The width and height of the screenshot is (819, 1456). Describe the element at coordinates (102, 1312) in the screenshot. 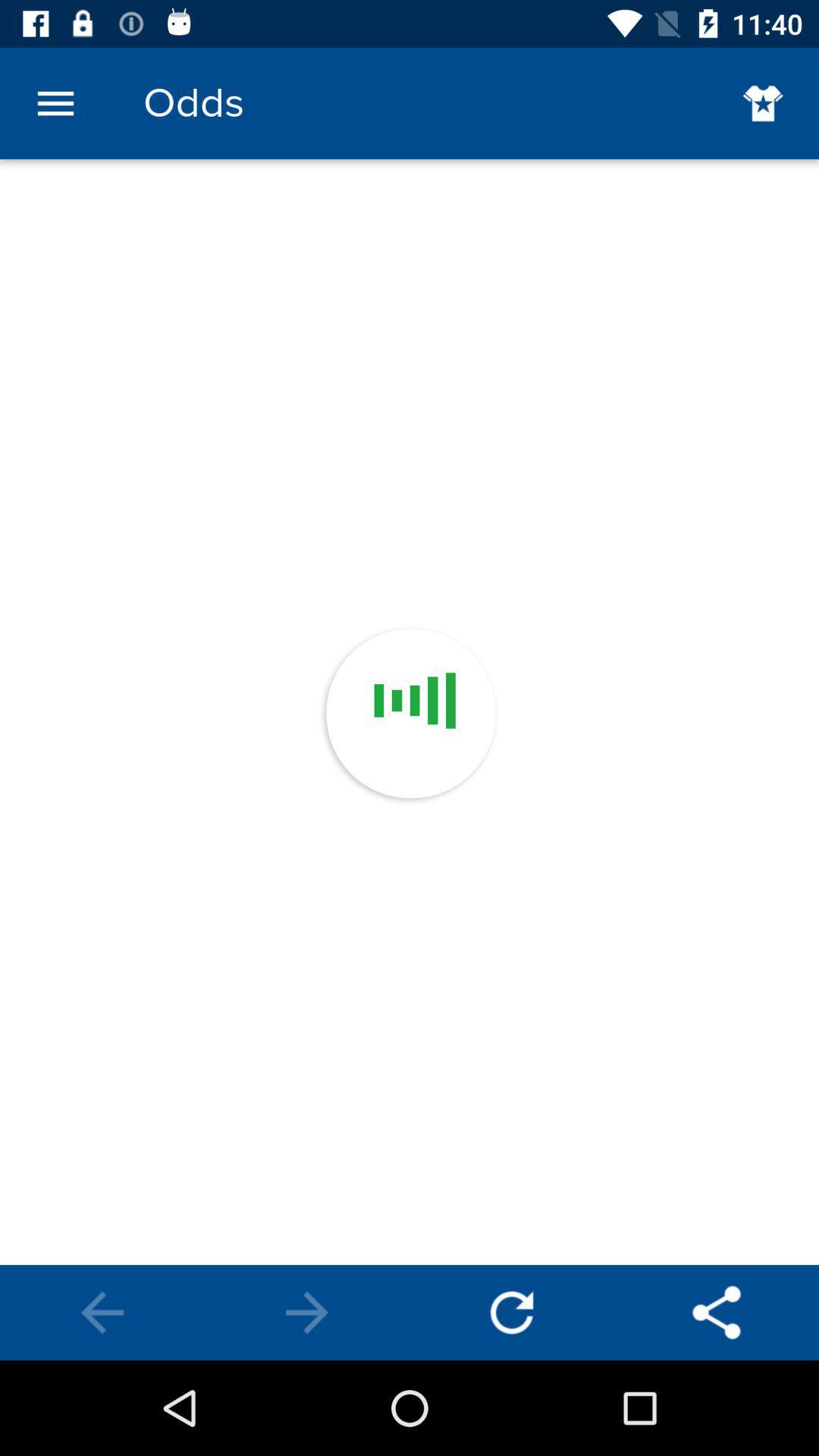

I see `previous screen` at that location.